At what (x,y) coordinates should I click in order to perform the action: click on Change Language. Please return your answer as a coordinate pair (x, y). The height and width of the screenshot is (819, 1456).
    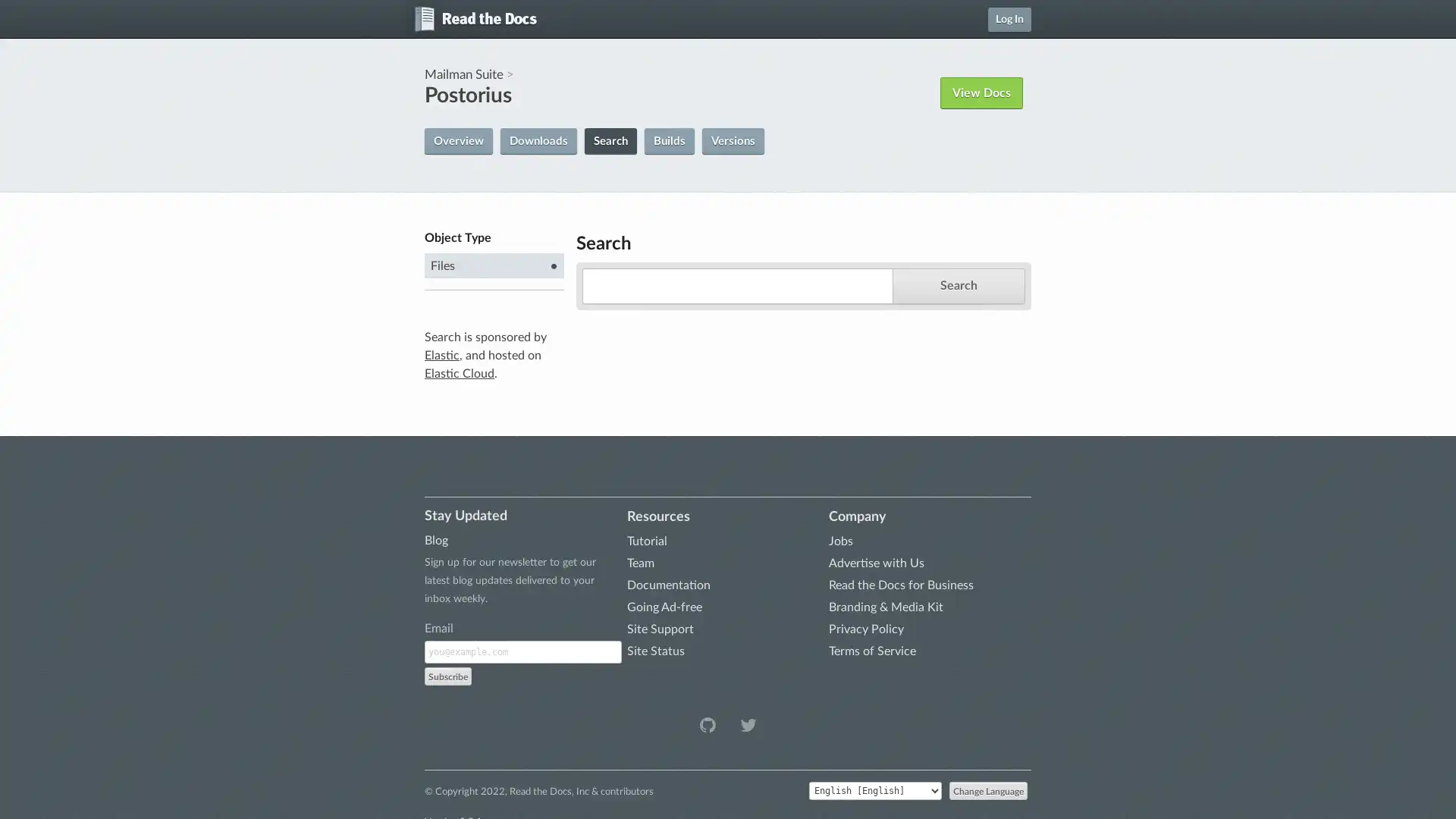
    Looking at the image, I should click on (988, 789).